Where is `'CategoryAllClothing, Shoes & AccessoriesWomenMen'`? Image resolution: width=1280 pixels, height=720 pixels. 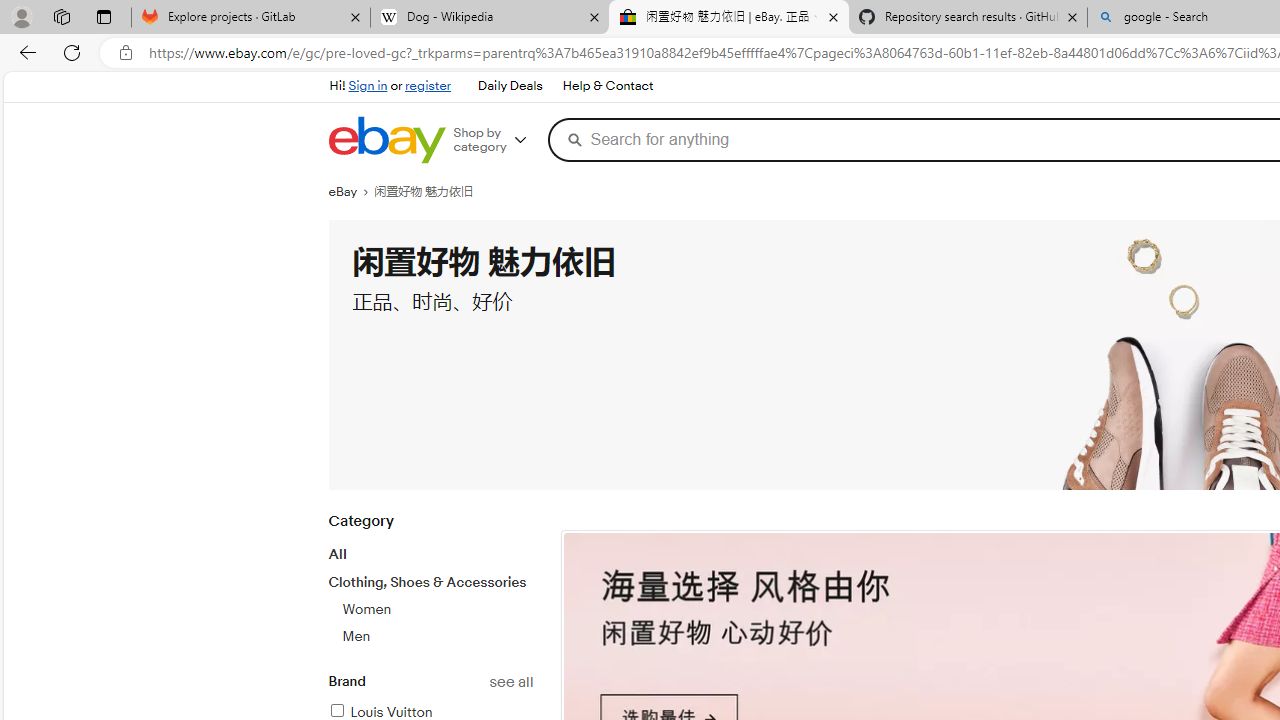
'CategoryAllClothing, Shoes & AccessoriesWomenMen' is located at coordinates (429, 589).